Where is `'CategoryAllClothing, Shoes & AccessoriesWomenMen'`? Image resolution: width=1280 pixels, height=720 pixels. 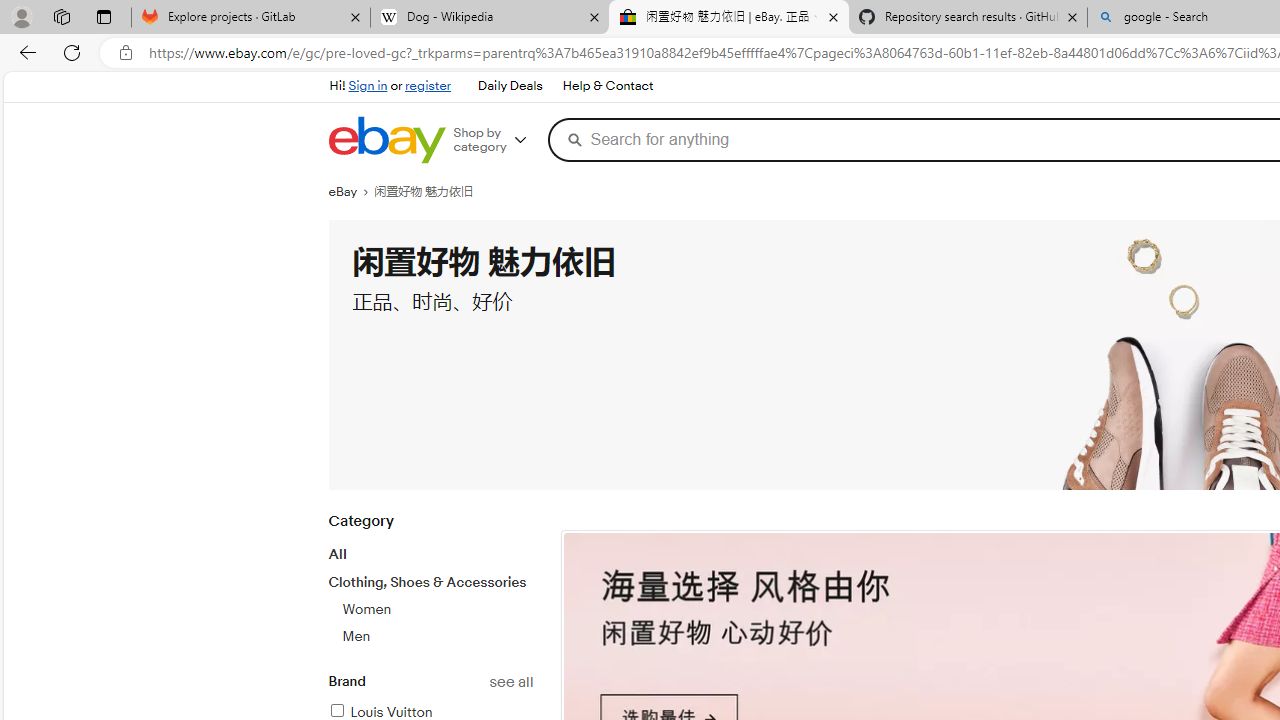
'CategoryAllClothing, Shoes & AccessoriesWomenMen' is located at coordinates (429, 589).